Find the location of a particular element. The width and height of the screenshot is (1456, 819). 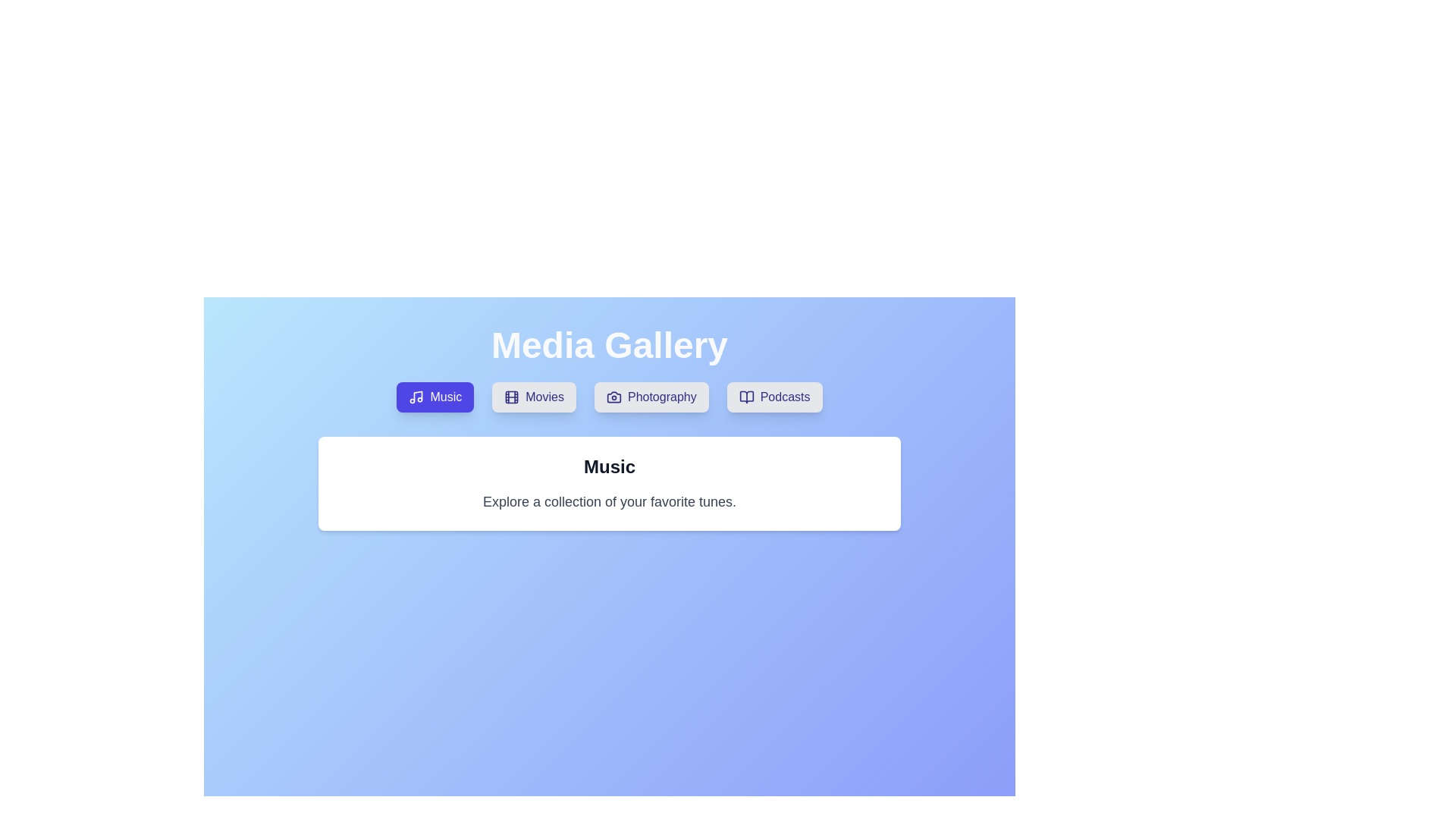

the Photography tab to observe its hover effect is located at coordinates (651, 397).